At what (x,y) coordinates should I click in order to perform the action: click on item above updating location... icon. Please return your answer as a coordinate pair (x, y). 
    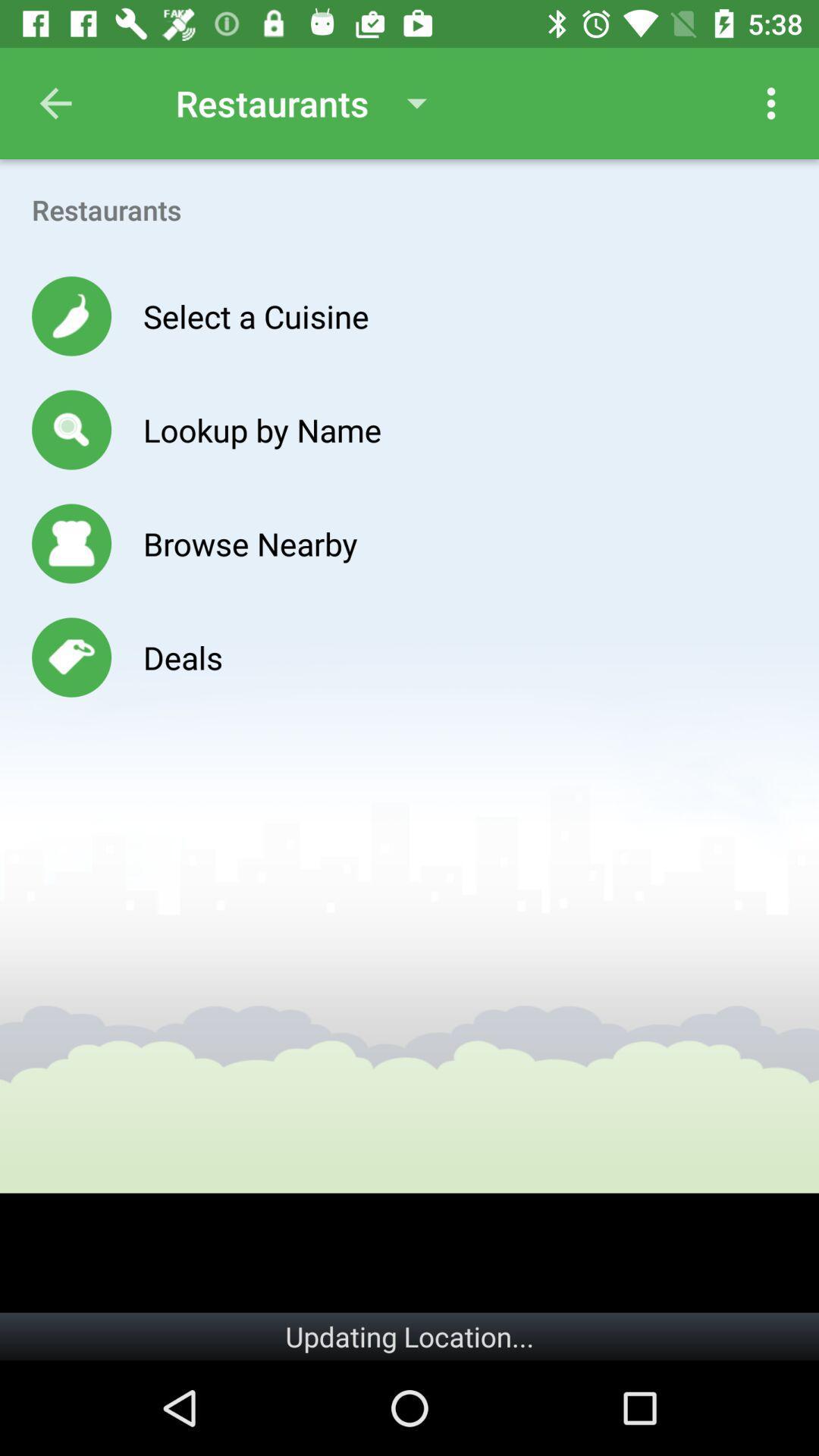
    Looking at the image, I should click on (409, 1253).